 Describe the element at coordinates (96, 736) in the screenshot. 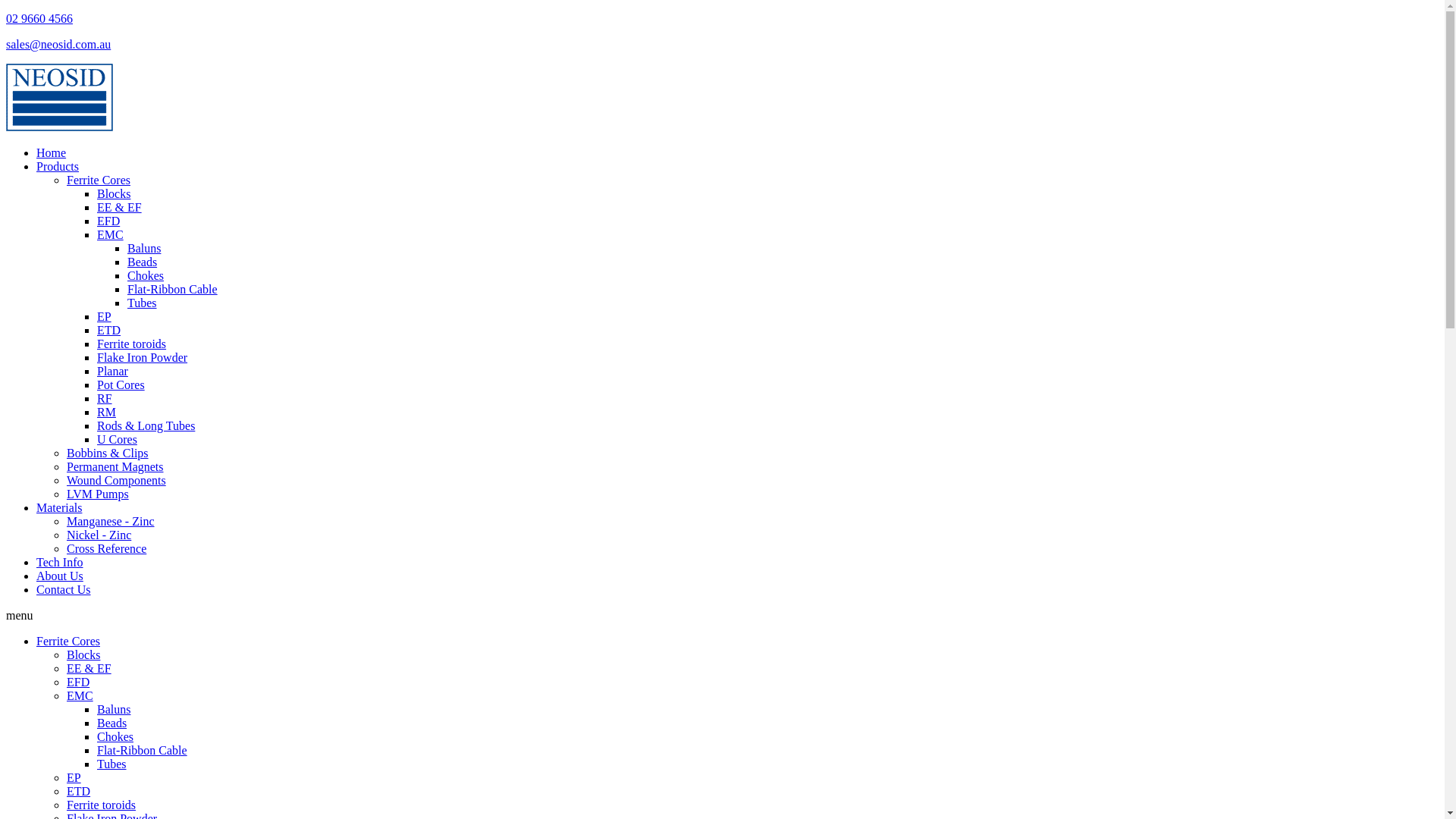

I see `'Chokes'` at that location.